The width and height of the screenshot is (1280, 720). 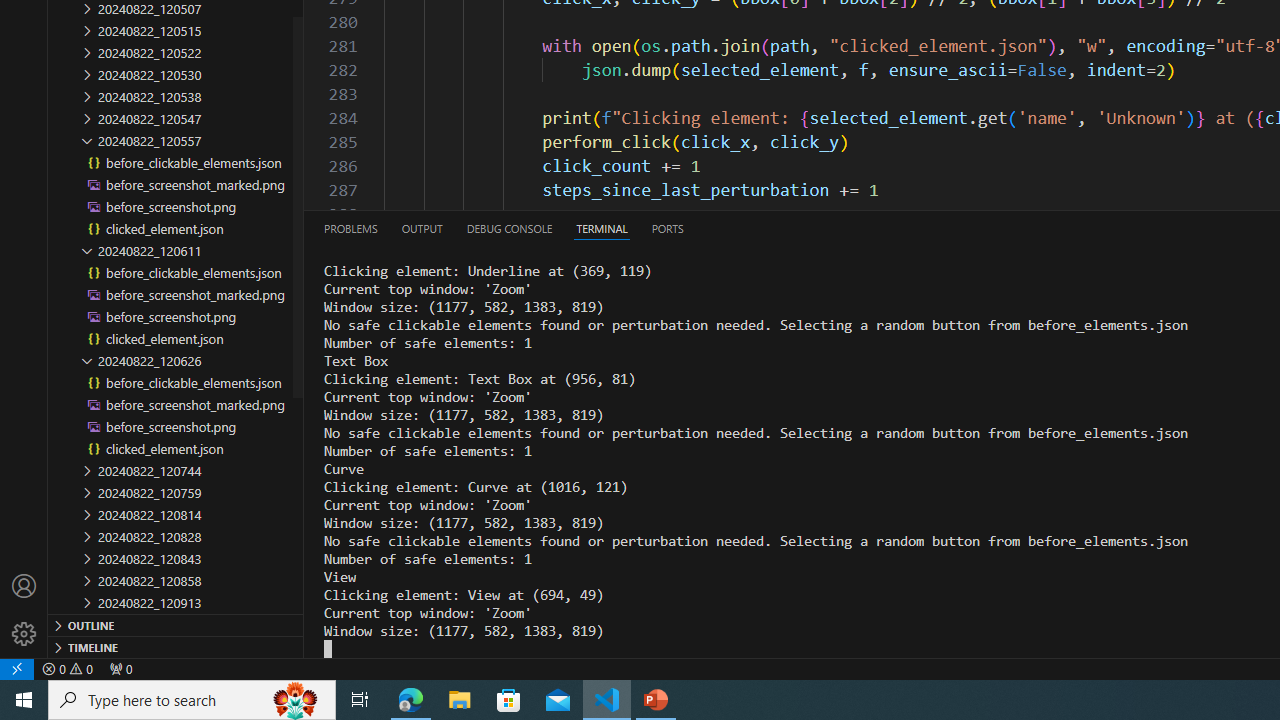 What do you see at coordinates (24, 585) in the screenshot?
I see `'Accounts'` at bounding box center [24, 585].